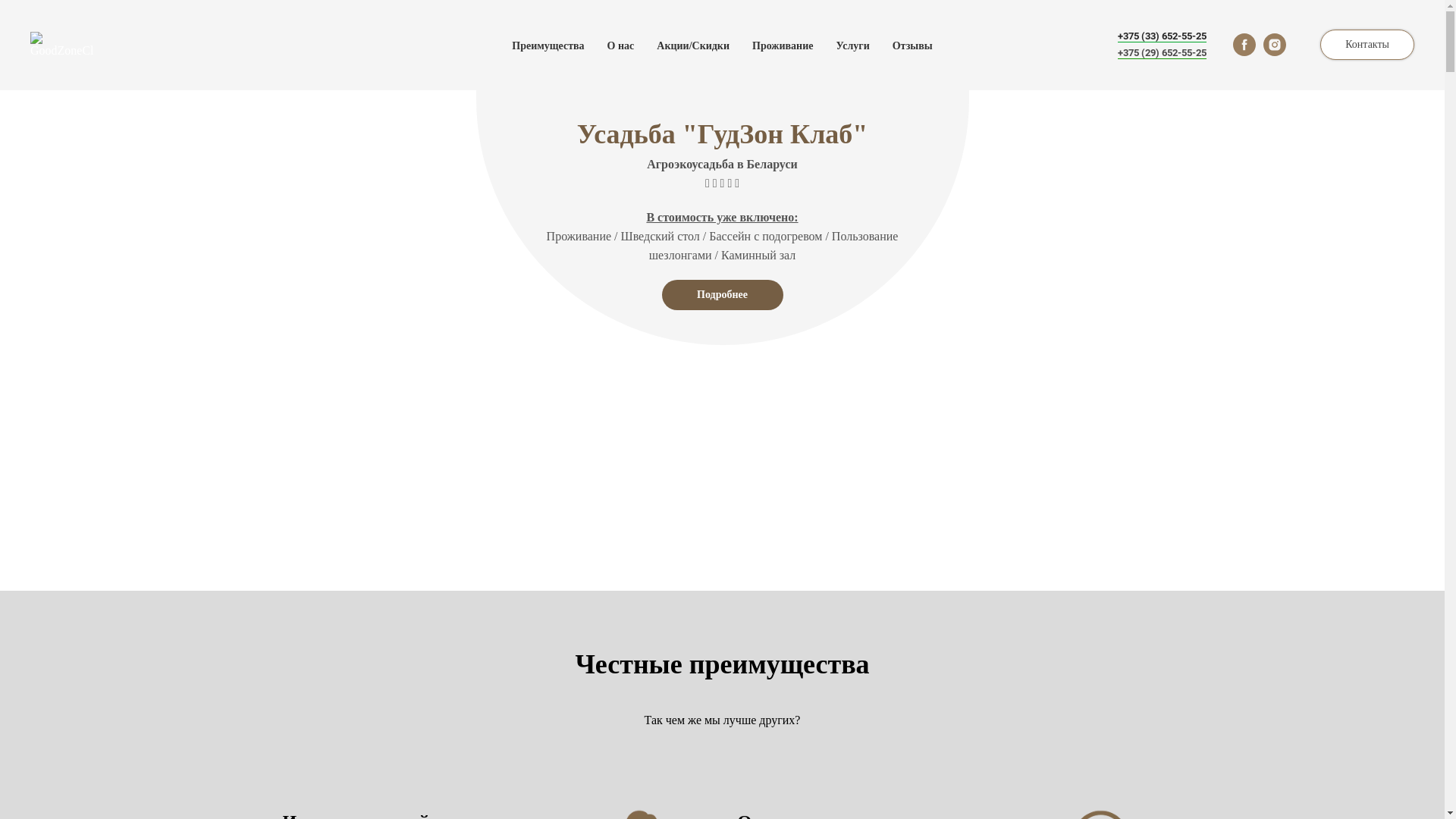  I want to click on '+375 (33) 652-55-25', so click(1161, 35).